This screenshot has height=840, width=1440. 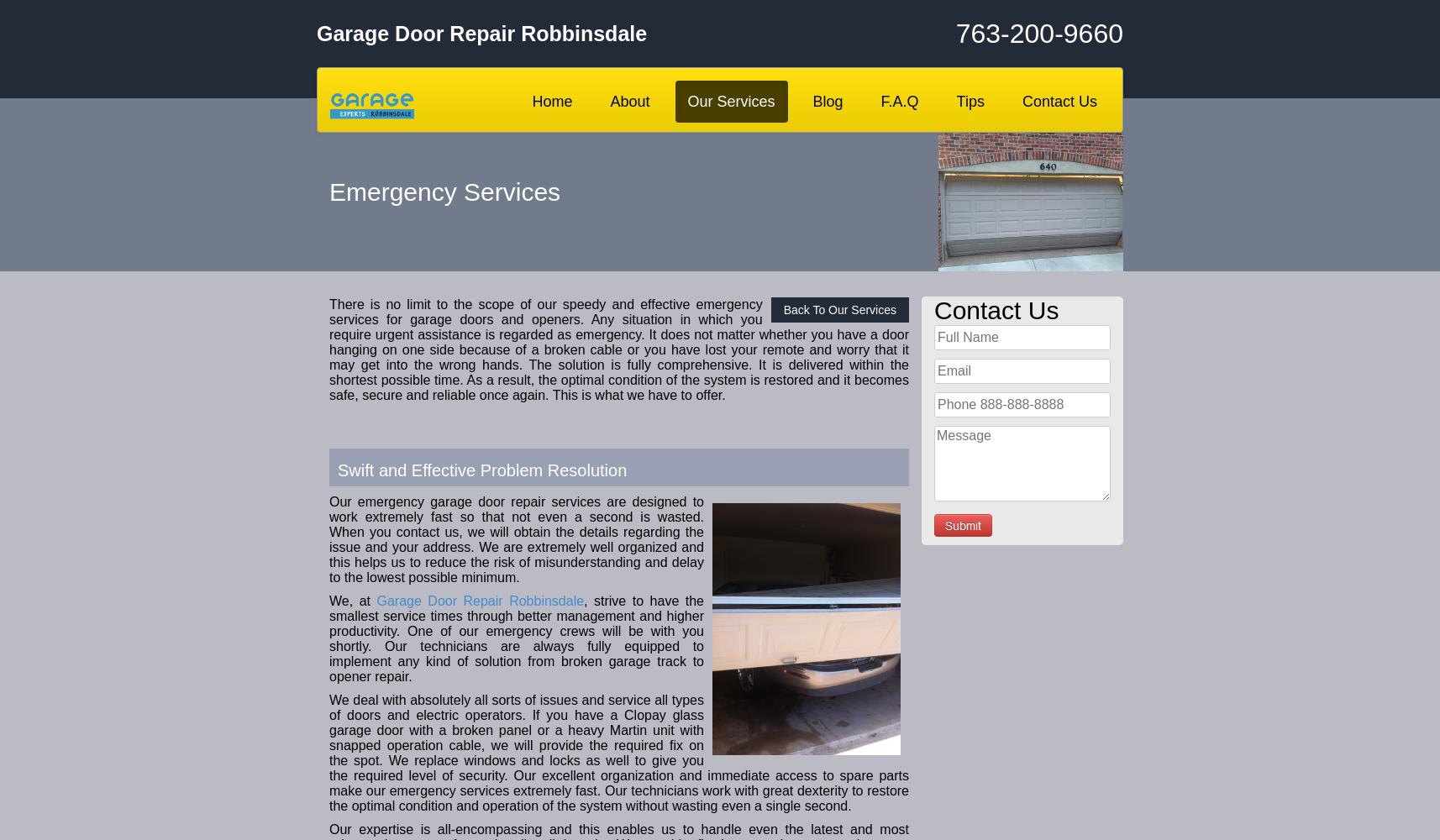 What do you see at coordinates (351, 600) in the screenshot?
I see `'We, at'` at bounding box center [351, 600].